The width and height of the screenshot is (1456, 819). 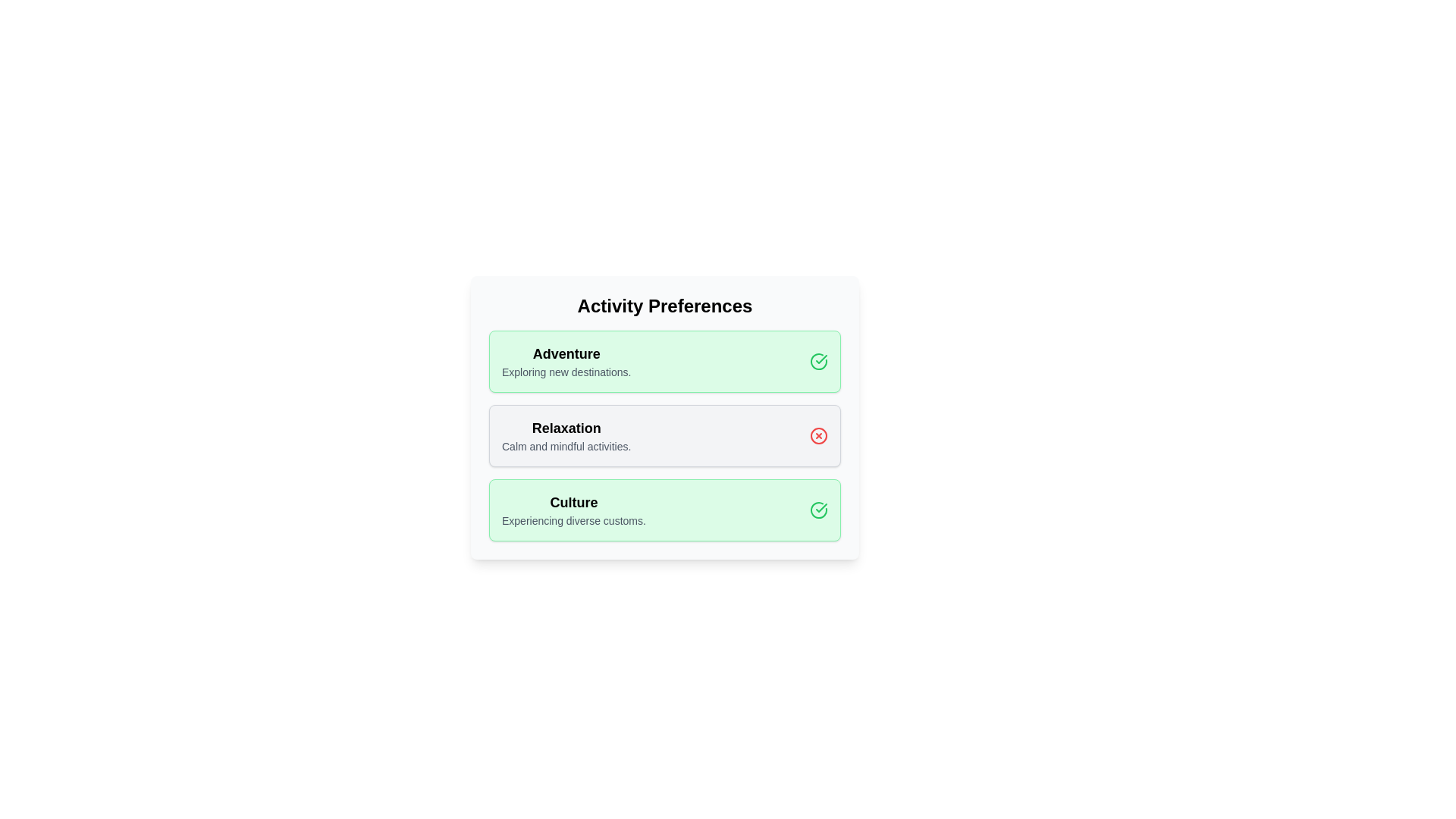 I want to click on the chip labeled 'Adventure', so click(x=665, y=362).